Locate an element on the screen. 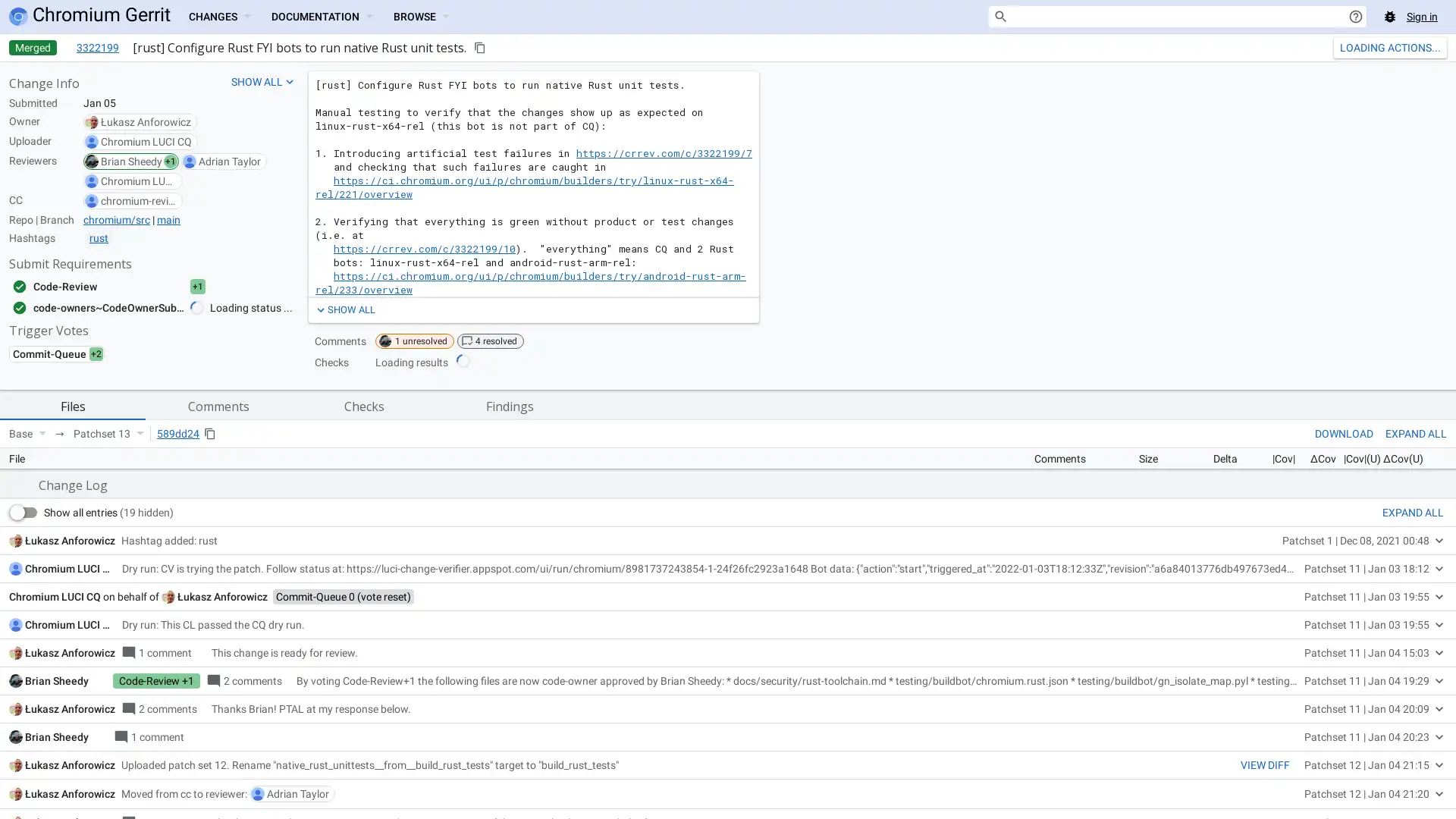  Patchset 13 is located at coordinates (108, 433).